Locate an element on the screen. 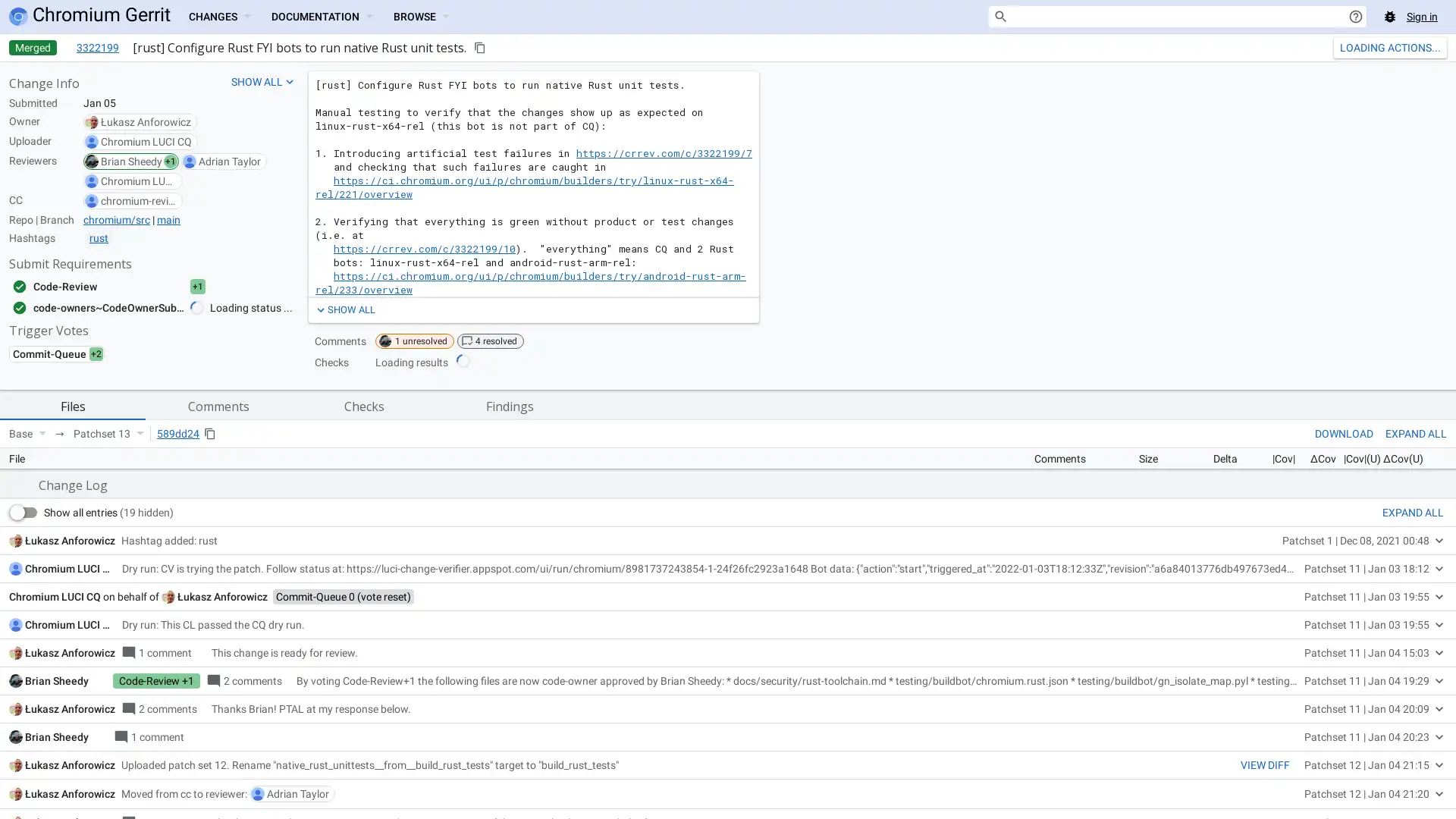  Patchset 13 is located at coordinates (108, 433).